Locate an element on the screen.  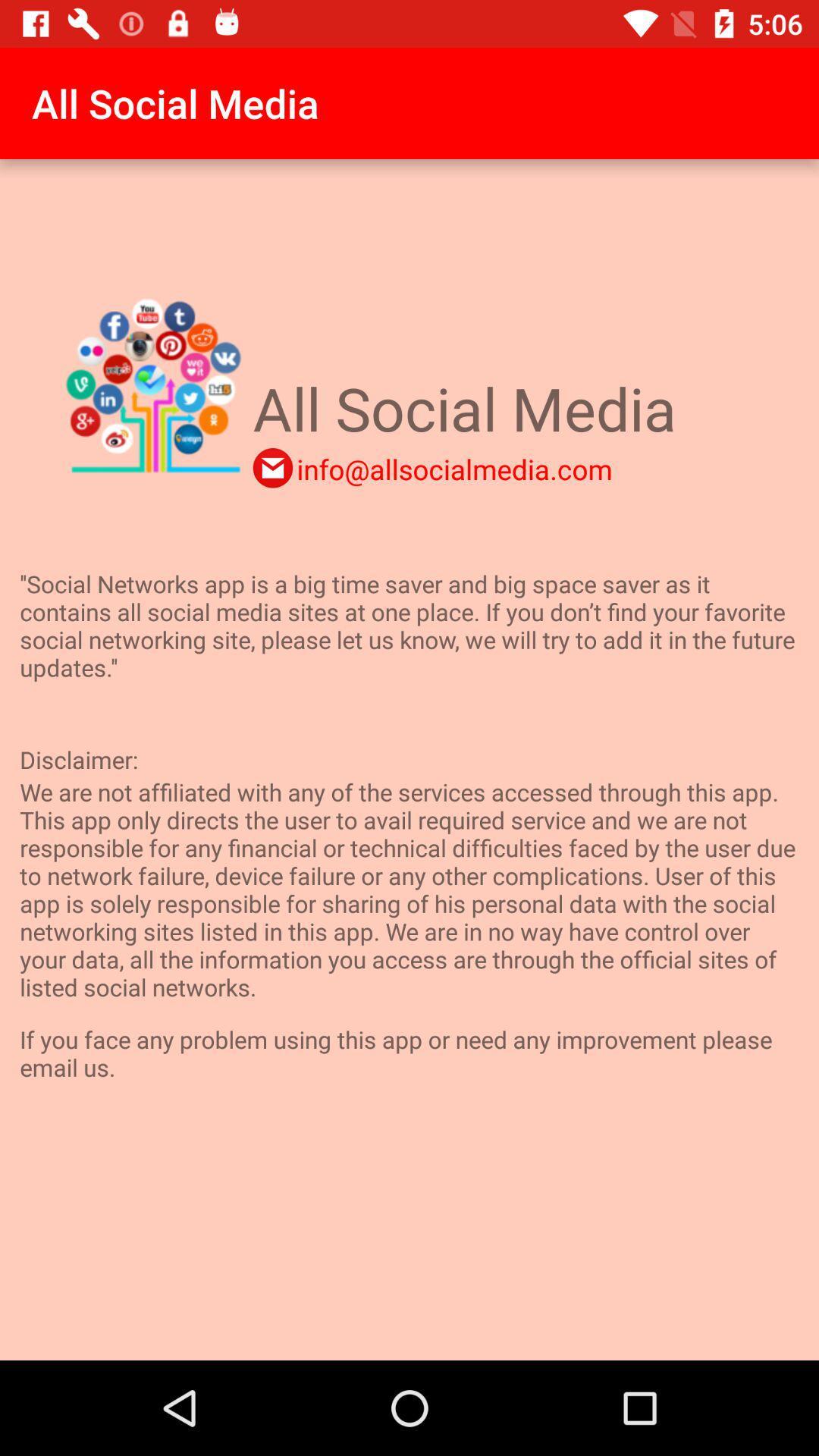
the item above social networks app is located at coordinates (271, 467).